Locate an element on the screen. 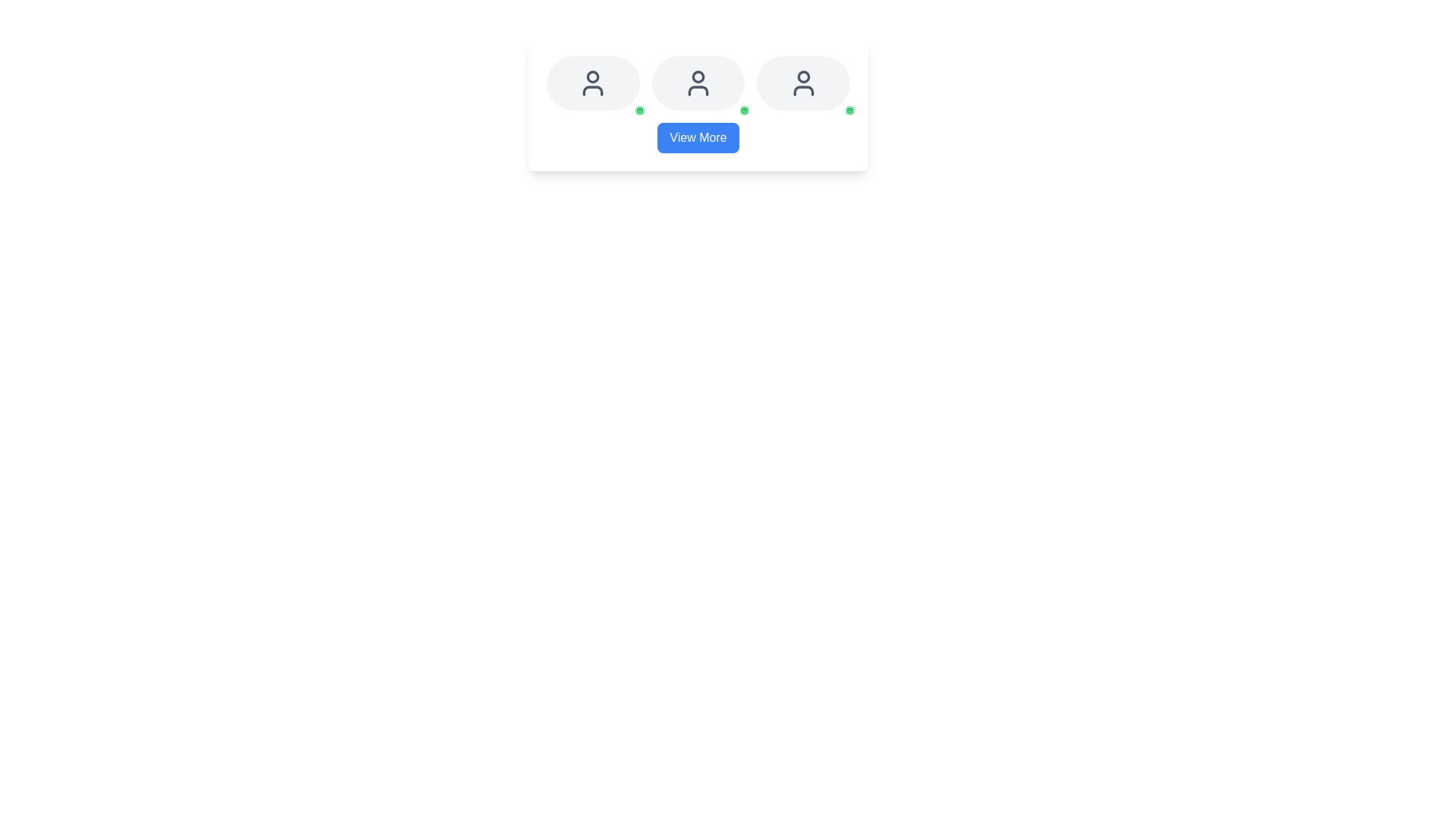 This screenshot has height=819, width=1456. the small circular Status Indicator with a green background and white border, featuring a white smiley face icon, located at the bottom-right corner of the profile image is located at coordinates (745, 110).